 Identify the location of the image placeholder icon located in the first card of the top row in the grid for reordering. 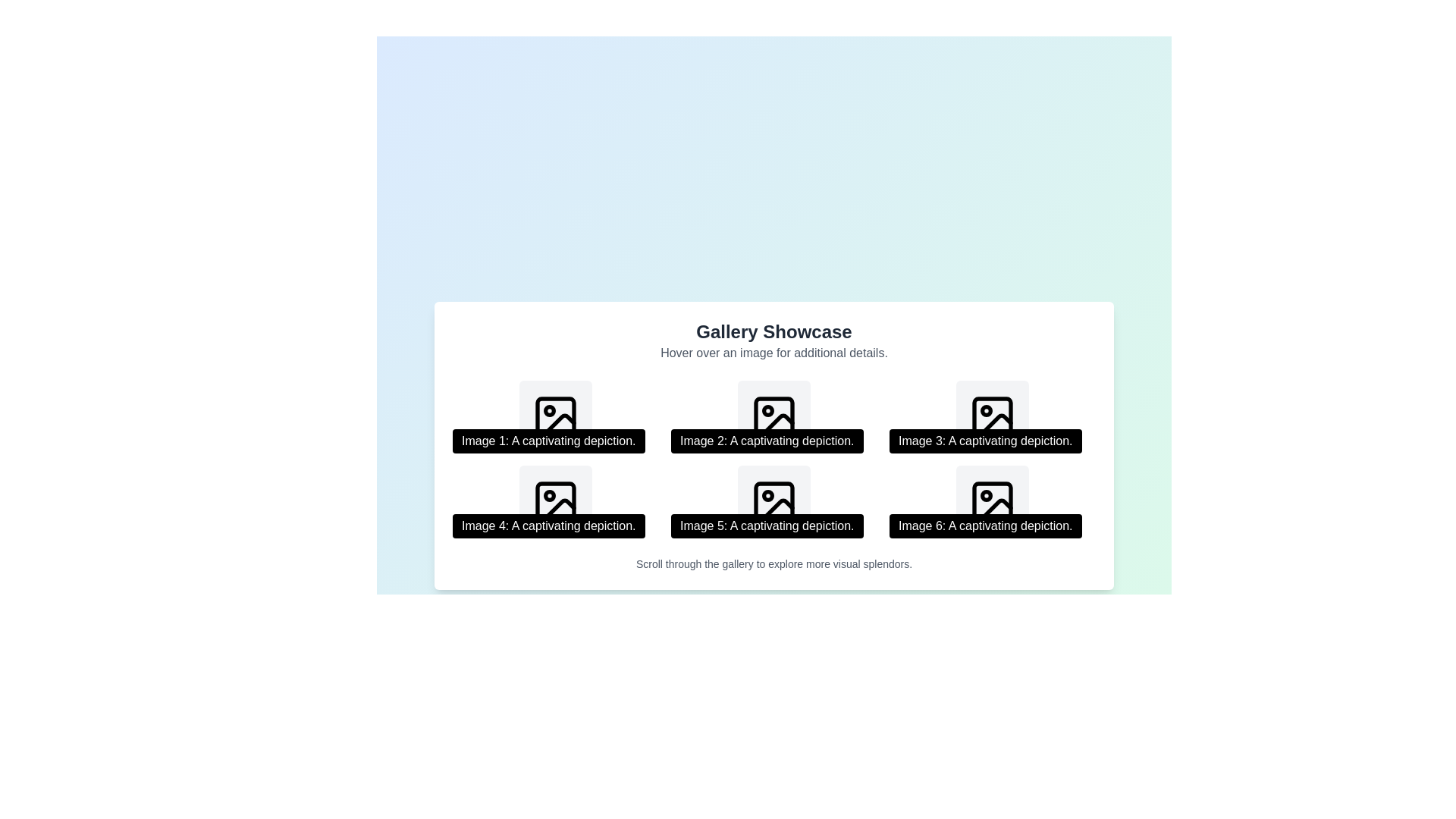
(555, 417).